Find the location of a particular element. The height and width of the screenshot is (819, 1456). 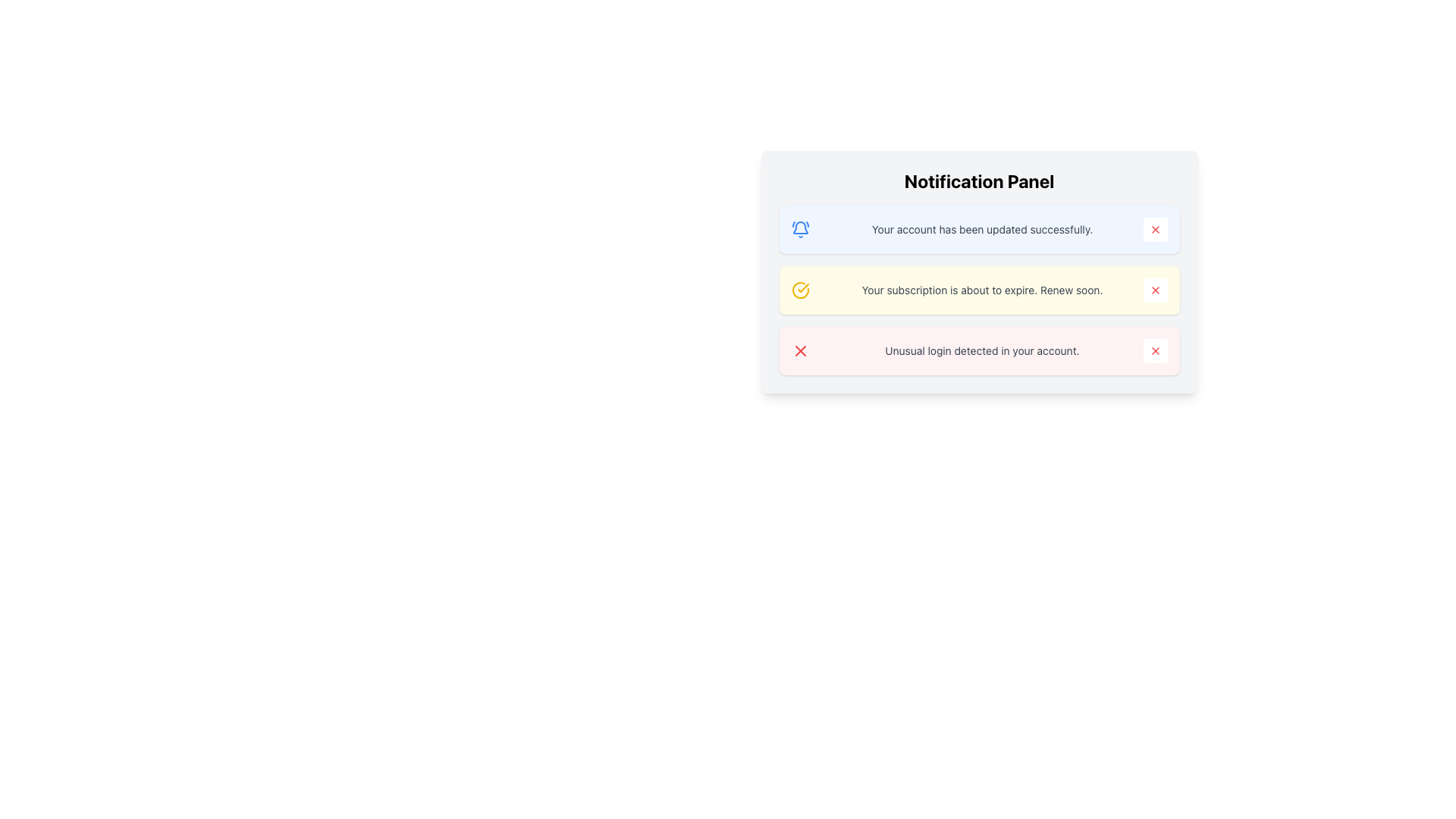

the icon resembling a checkmark within the second notification item in the Notification Panel, which has a yellow background indicating subscription expiration is located at coordinates (799, 290).